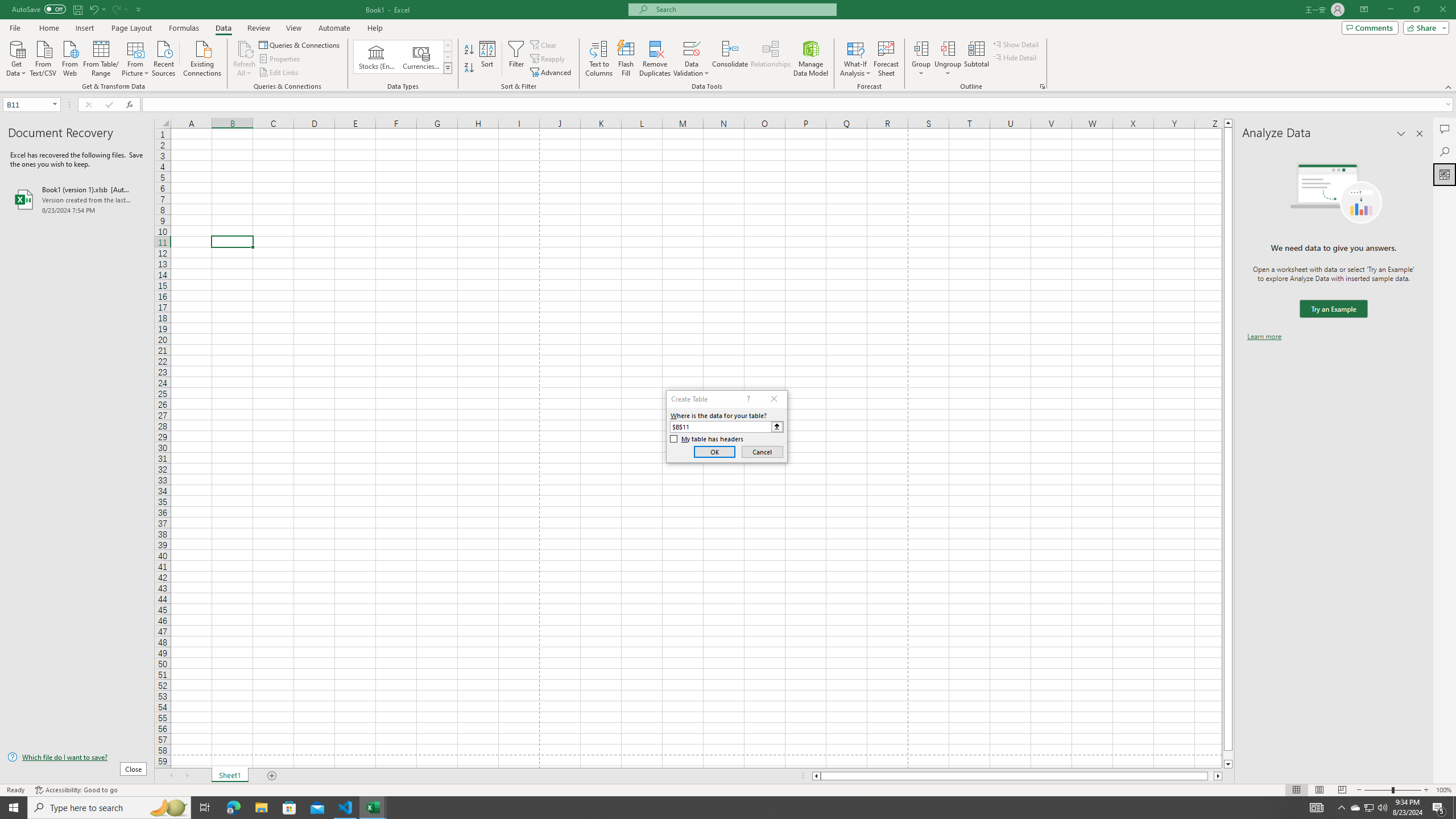 This screenshot has width=1456, height=819. Describe the element at coordinates (655, 59) in the screenshot. I see `'Remove Duplicates'` at that location.